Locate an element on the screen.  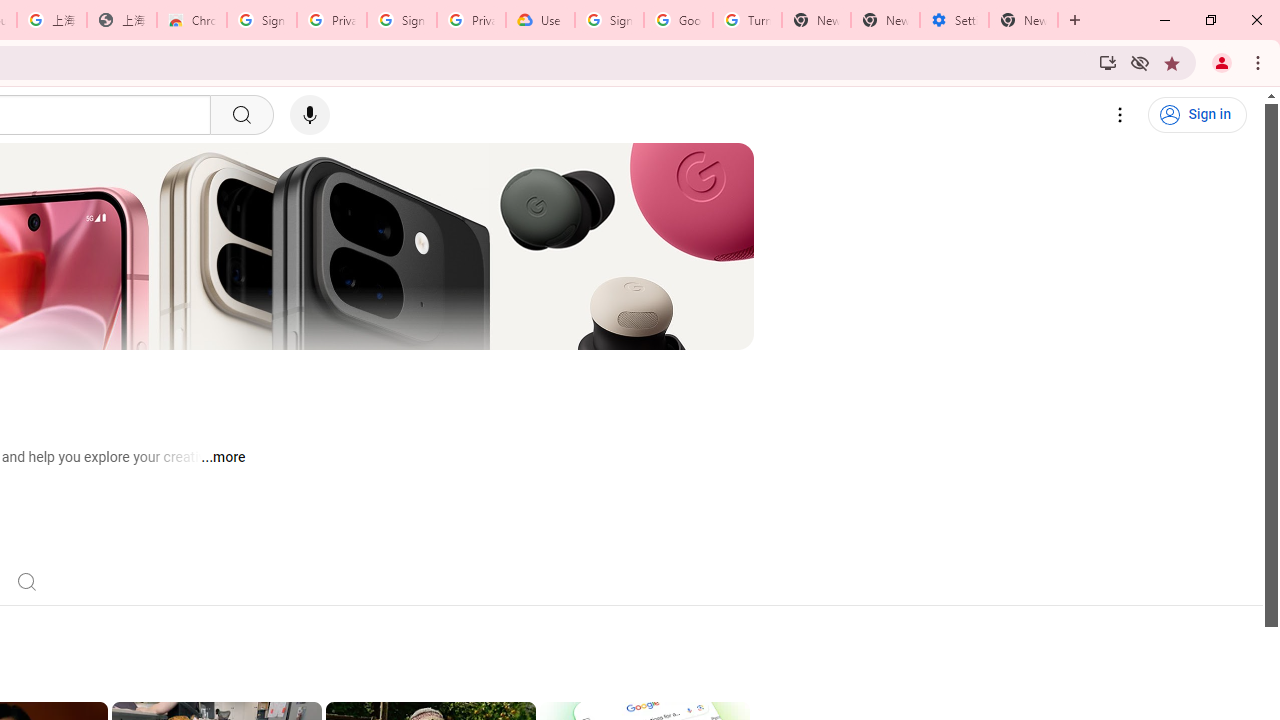
'Chrome Web Store - Color themes by Chrome' is located at coordinates (192, 20).